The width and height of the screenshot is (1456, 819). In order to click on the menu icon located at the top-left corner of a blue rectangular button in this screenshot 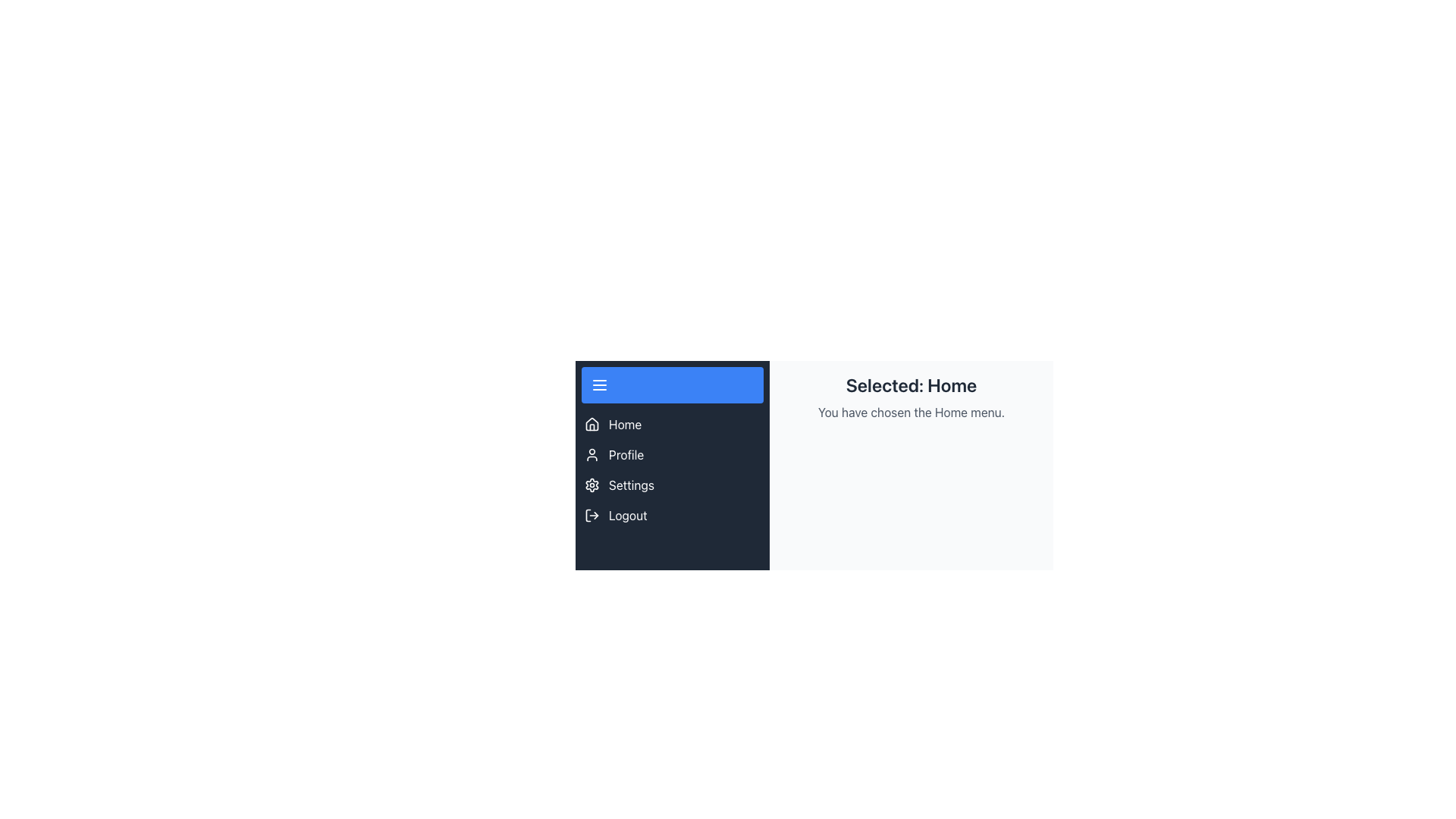, I will do `click(599, 384)`.